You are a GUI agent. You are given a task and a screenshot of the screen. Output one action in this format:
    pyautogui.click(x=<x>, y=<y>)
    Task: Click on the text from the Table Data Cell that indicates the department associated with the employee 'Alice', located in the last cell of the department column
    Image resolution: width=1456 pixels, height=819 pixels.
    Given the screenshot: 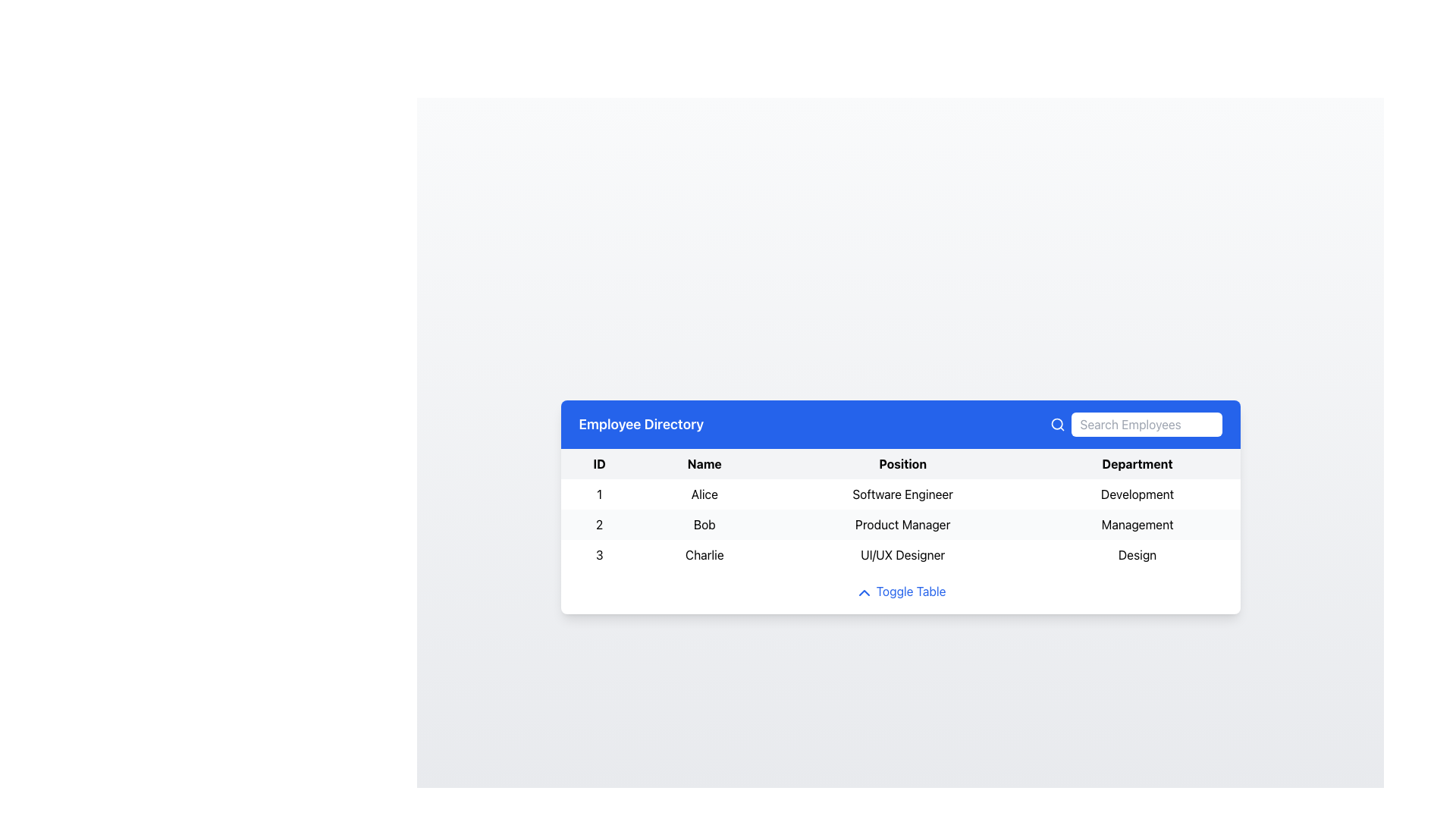 What is the action you would take?
    pyautogui.click(x=1137, y=494)
    